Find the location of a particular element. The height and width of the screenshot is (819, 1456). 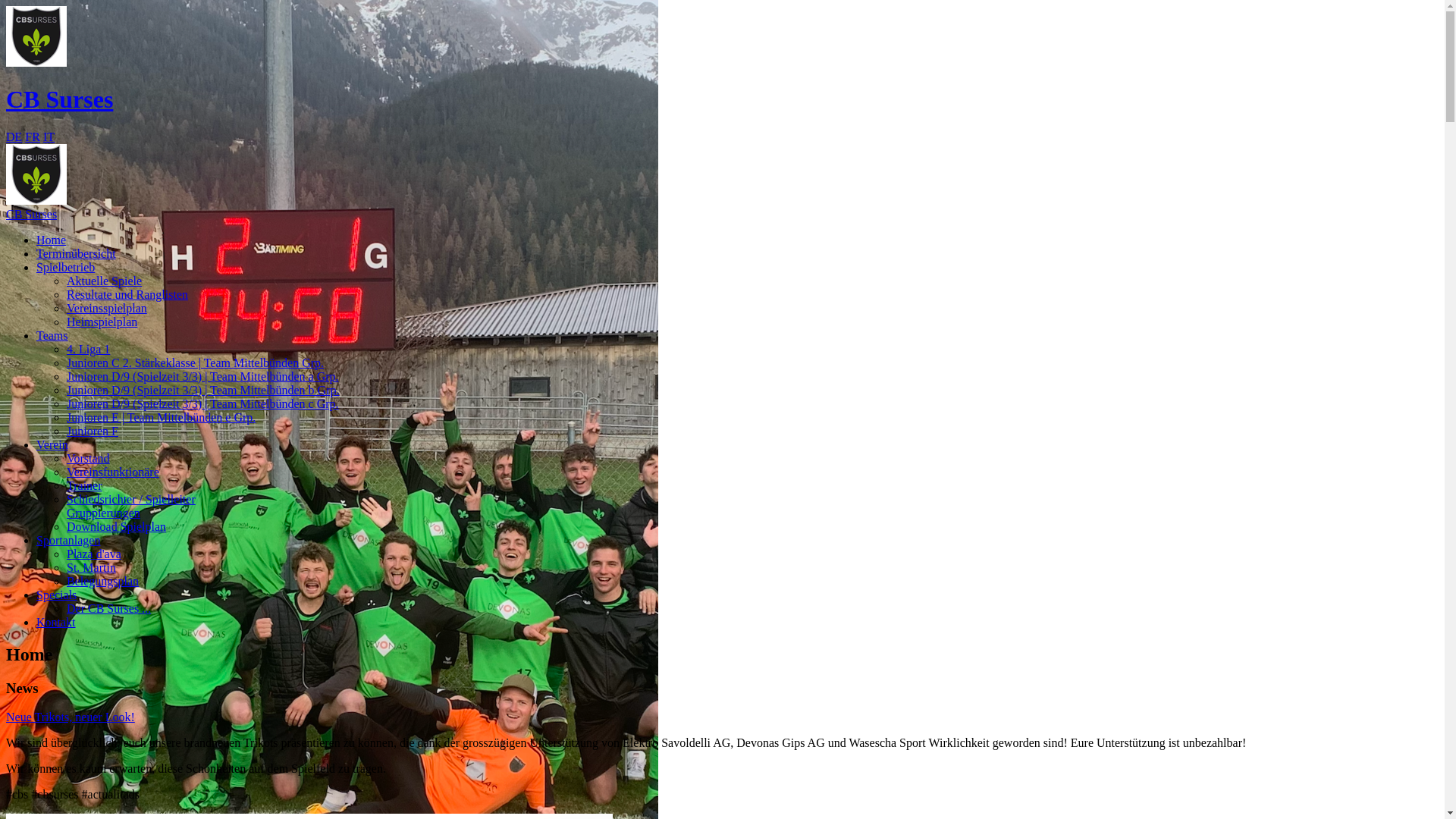

'4. Liga 1' is located at coordinates (87, 349).